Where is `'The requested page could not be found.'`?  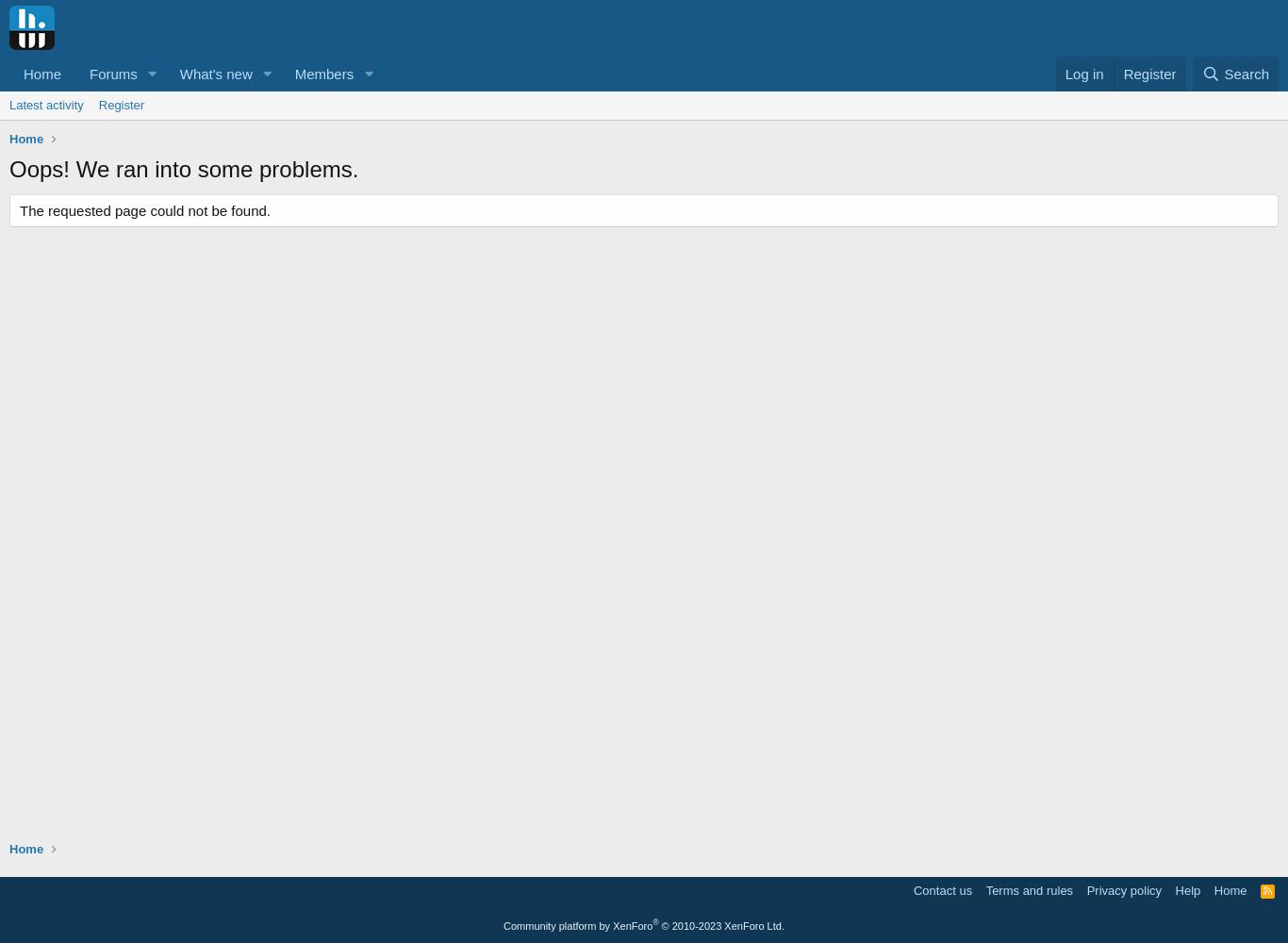
'The requested page could not be found.' is located at coordinates (143, 209).